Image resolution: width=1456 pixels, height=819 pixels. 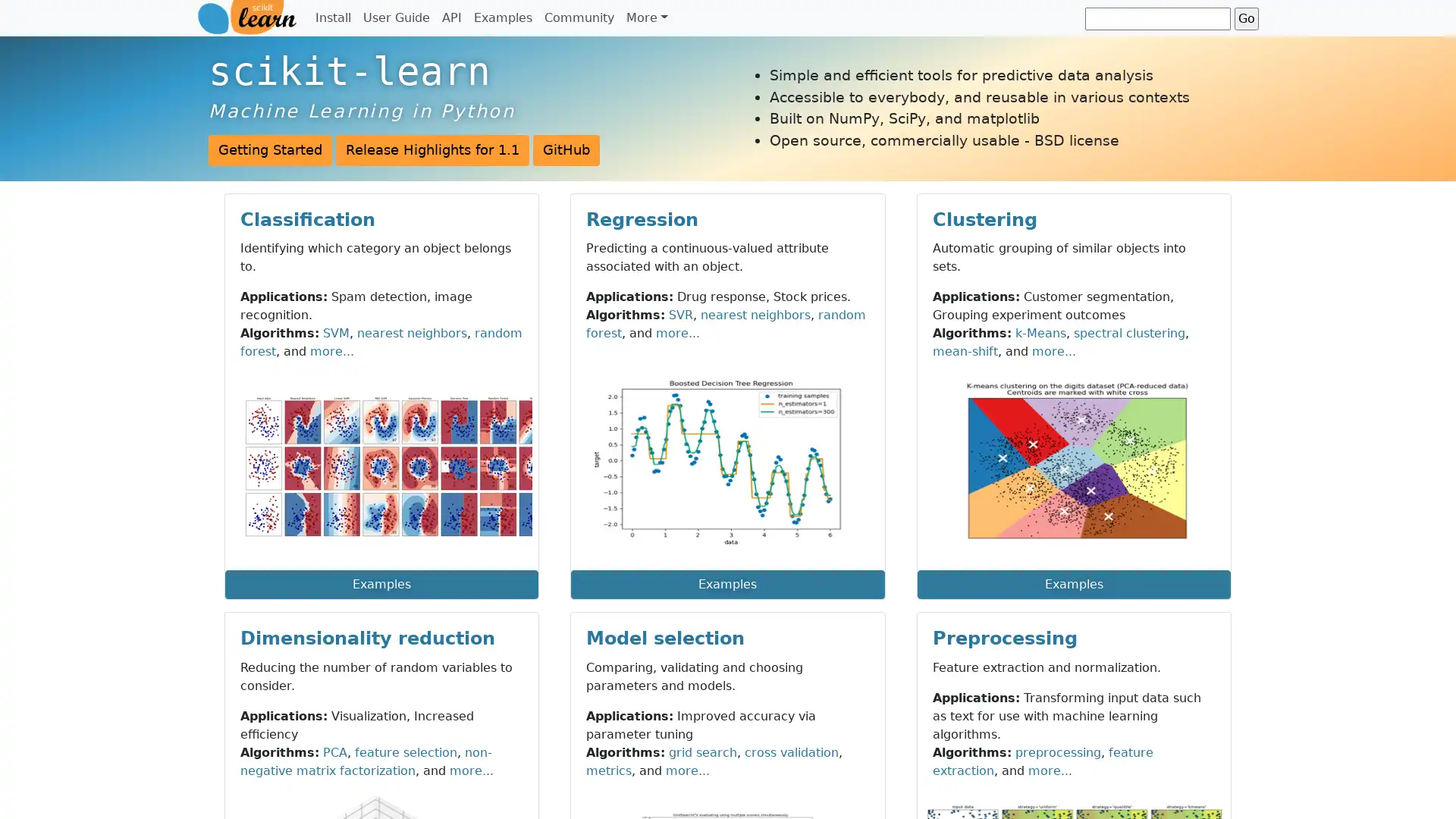 I want to click on Go, so click(x=1246, y=17).